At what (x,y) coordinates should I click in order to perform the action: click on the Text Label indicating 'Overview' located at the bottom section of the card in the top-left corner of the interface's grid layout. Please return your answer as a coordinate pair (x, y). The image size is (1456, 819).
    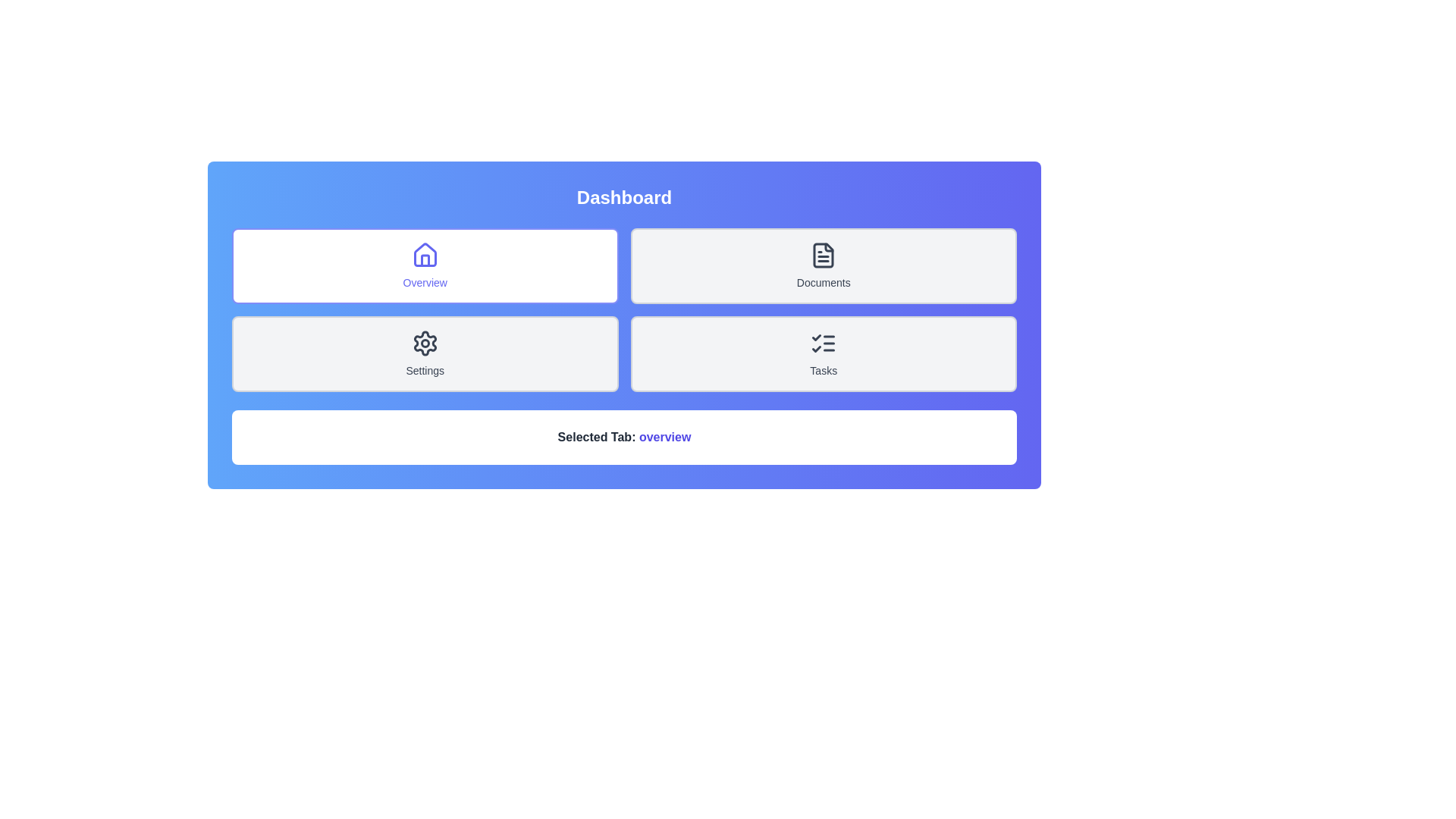
    Looking at the image, I should click on (425, 283).